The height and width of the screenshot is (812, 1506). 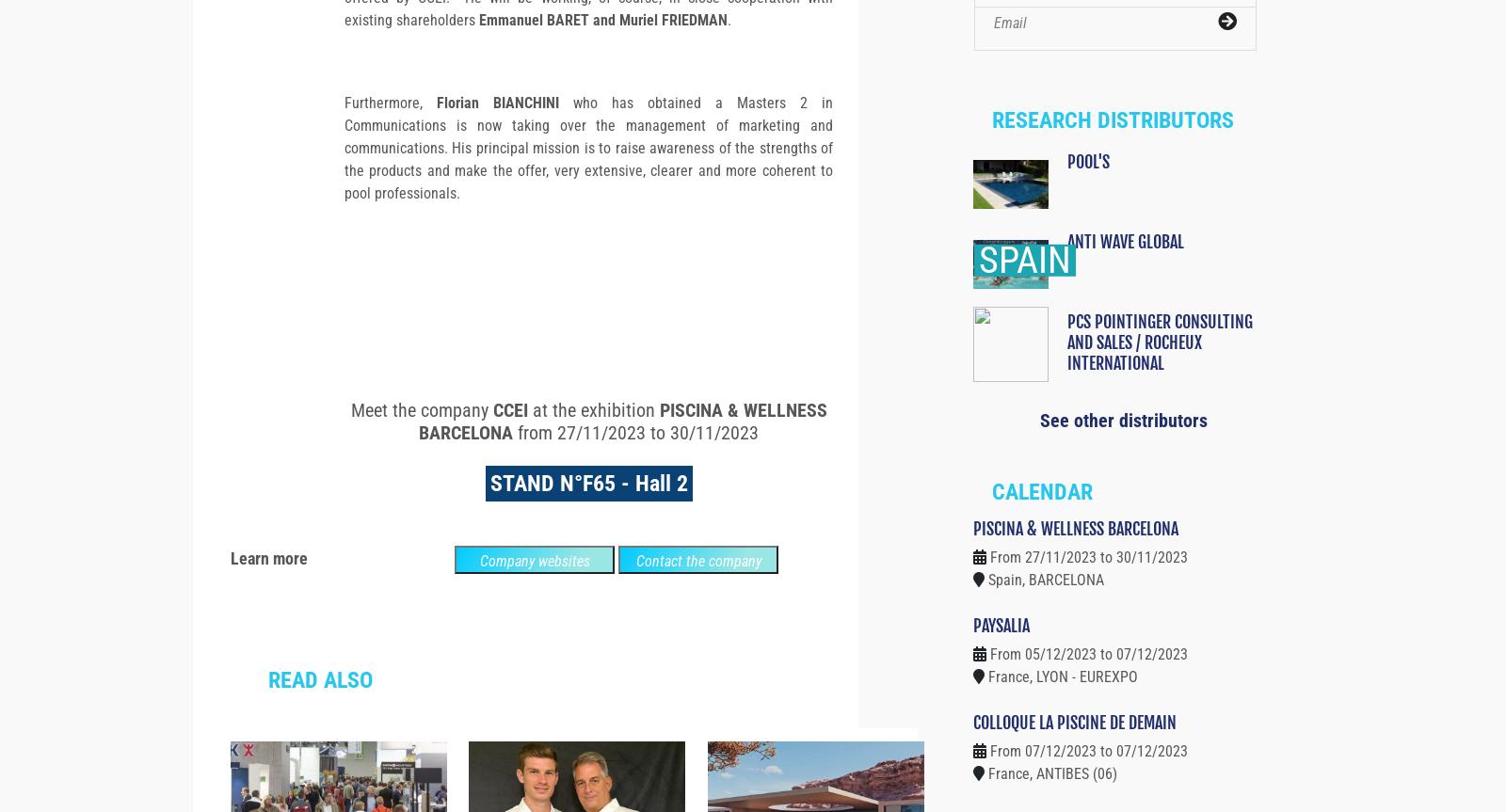 I want to click on 'From 27/11/2023 to 30/11/2023', so click(x=1088, y=589).